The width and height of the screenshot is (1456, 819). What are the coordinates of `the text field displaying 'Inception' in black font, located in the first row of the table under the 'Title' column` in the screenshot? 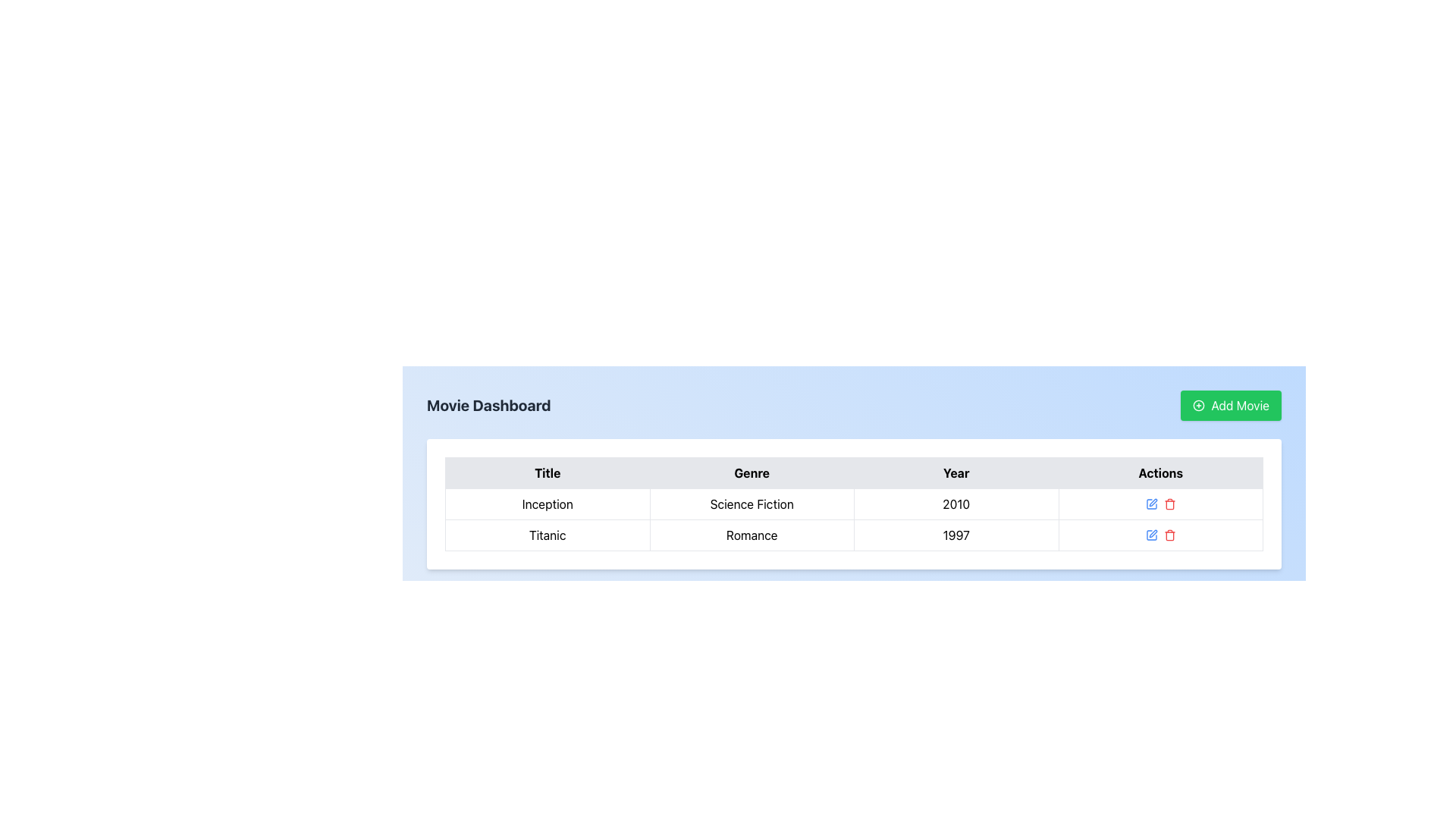 It's located at (547, 504).